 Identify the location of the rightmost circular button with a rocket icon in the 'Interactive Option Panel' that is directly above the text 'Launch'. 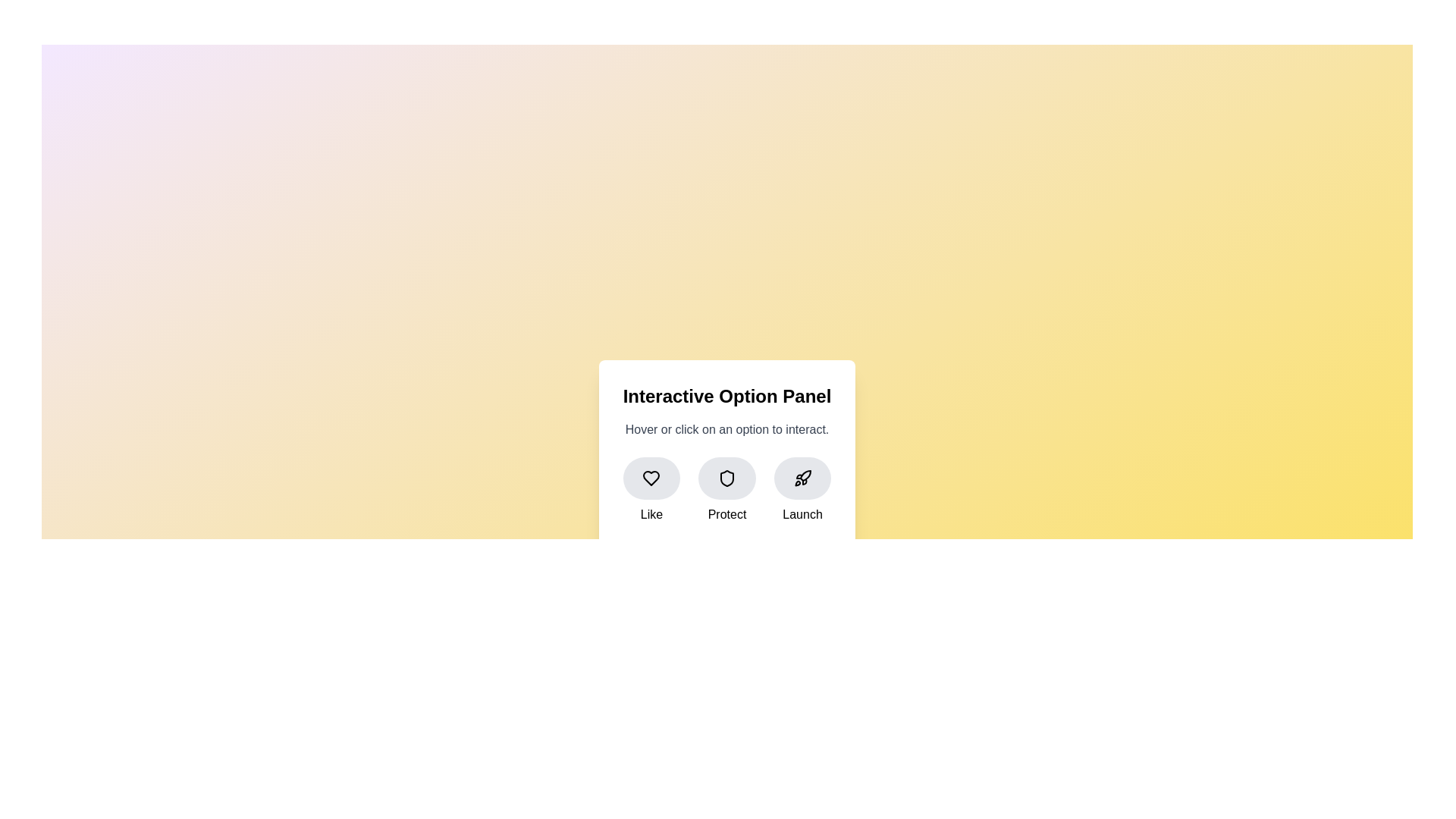
(802, 479).